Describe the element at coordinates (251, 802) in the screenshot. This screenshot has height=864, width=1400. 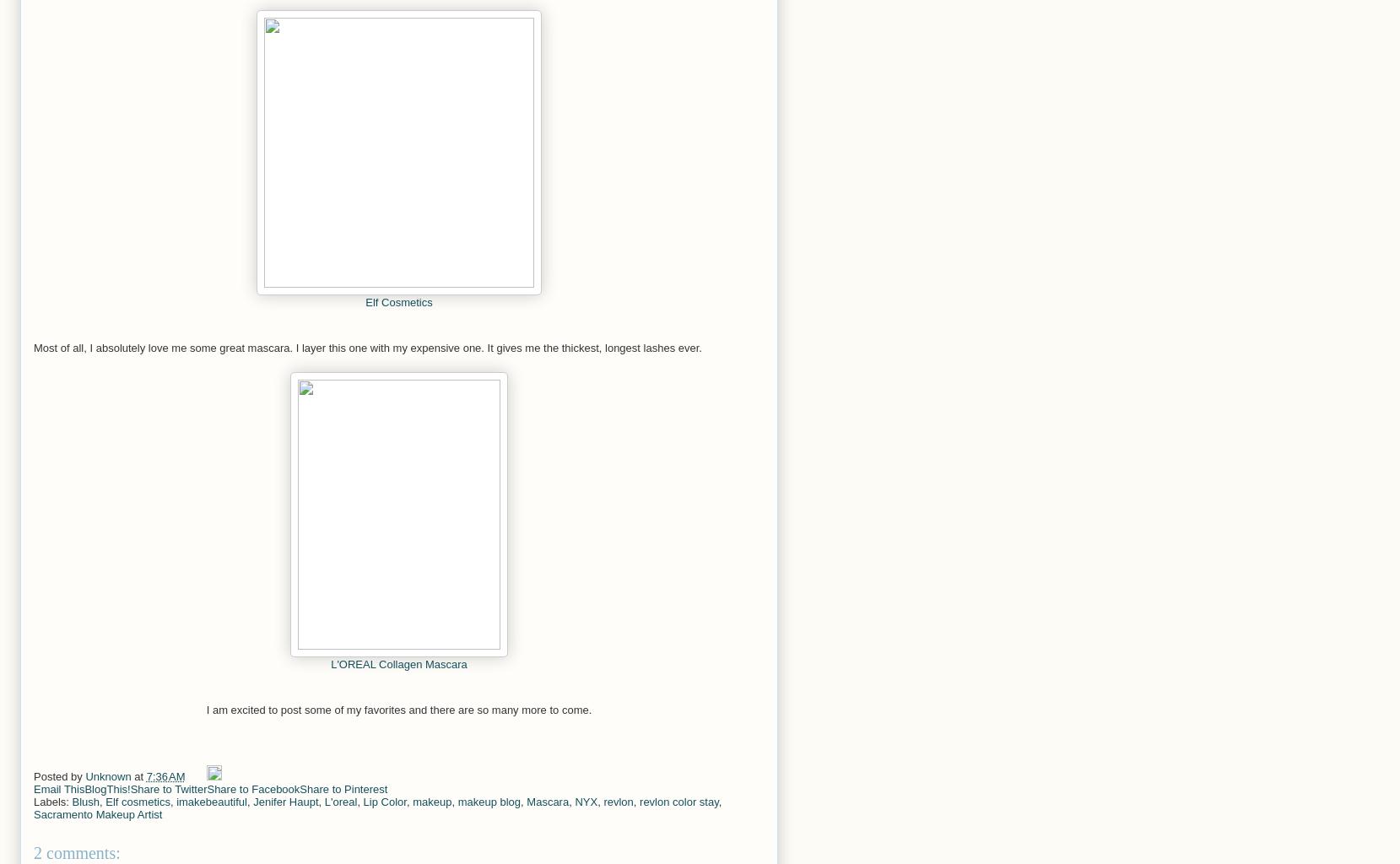
I see `'Jenifer Haupt'` at that location.